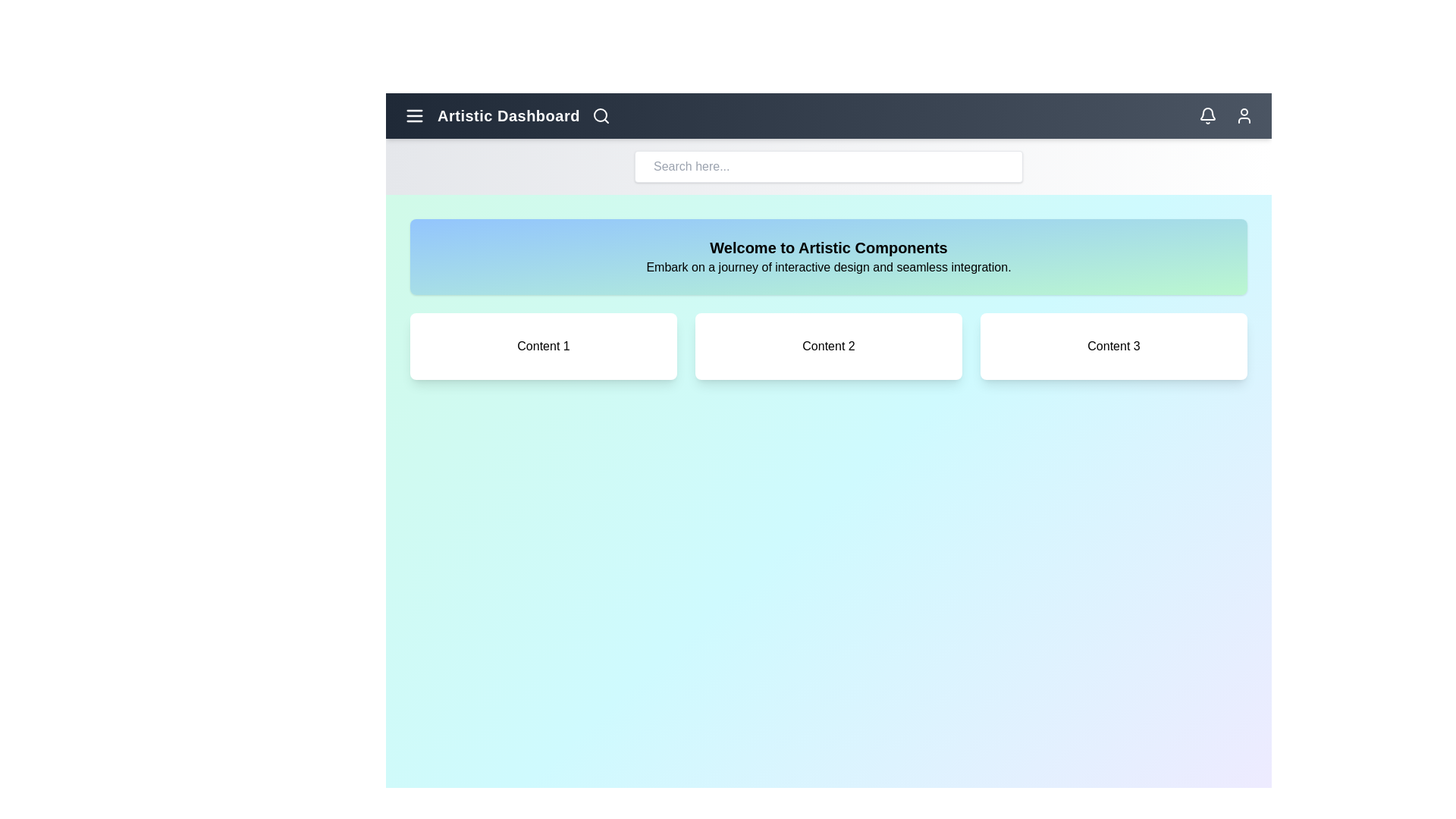 This screenshot has width=1456, height=819. I want to click on the user profile icon in the top-right corner of the app bar, so click(1244, 115).